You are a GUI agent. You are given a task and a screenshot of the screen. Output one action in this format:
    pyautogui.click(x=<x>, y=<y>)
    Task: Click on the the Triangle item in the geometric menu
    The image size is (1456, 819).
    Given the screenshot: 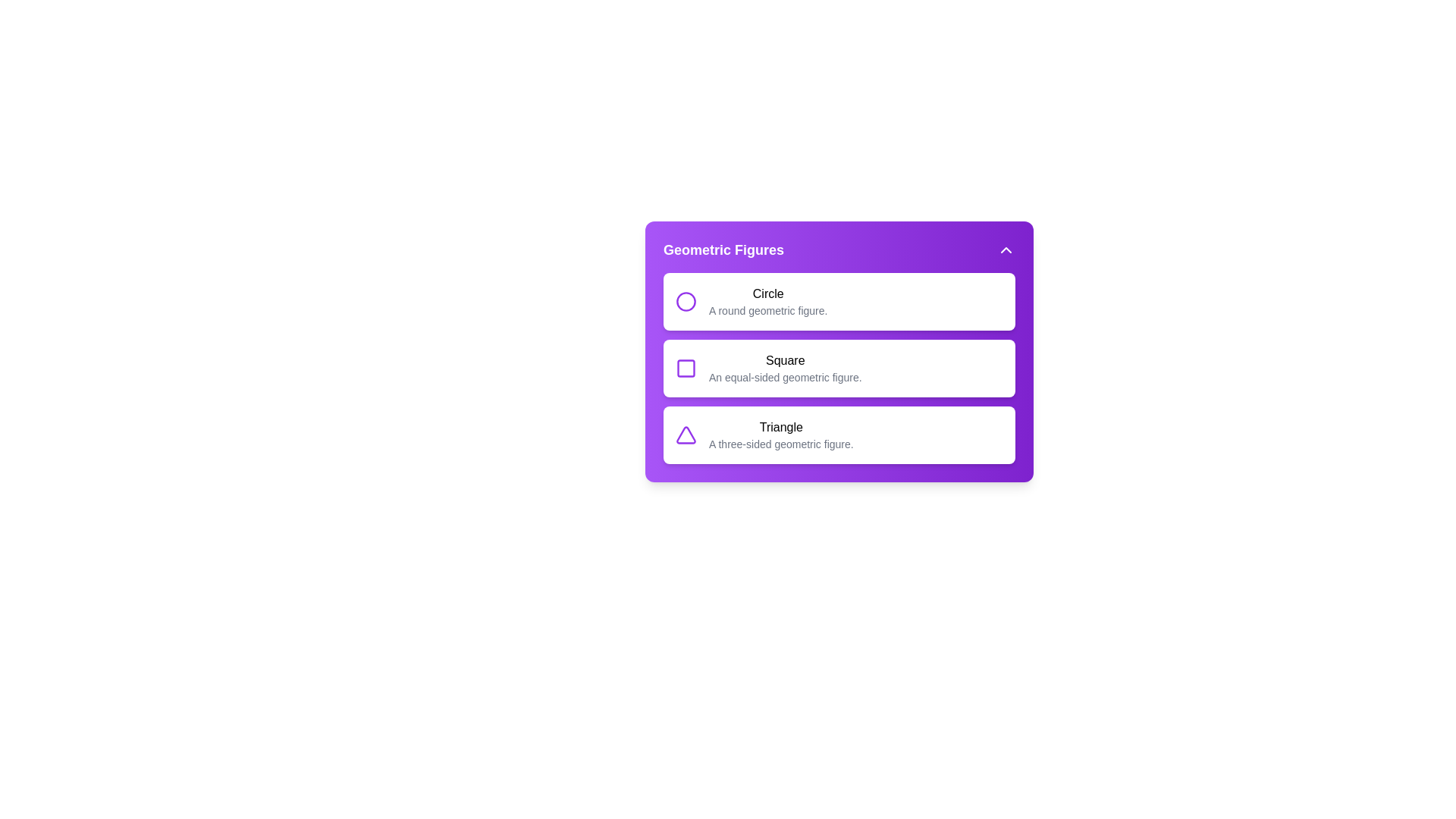 What is the action you would take?
    pyautogui.click(x=781, y=435)
    